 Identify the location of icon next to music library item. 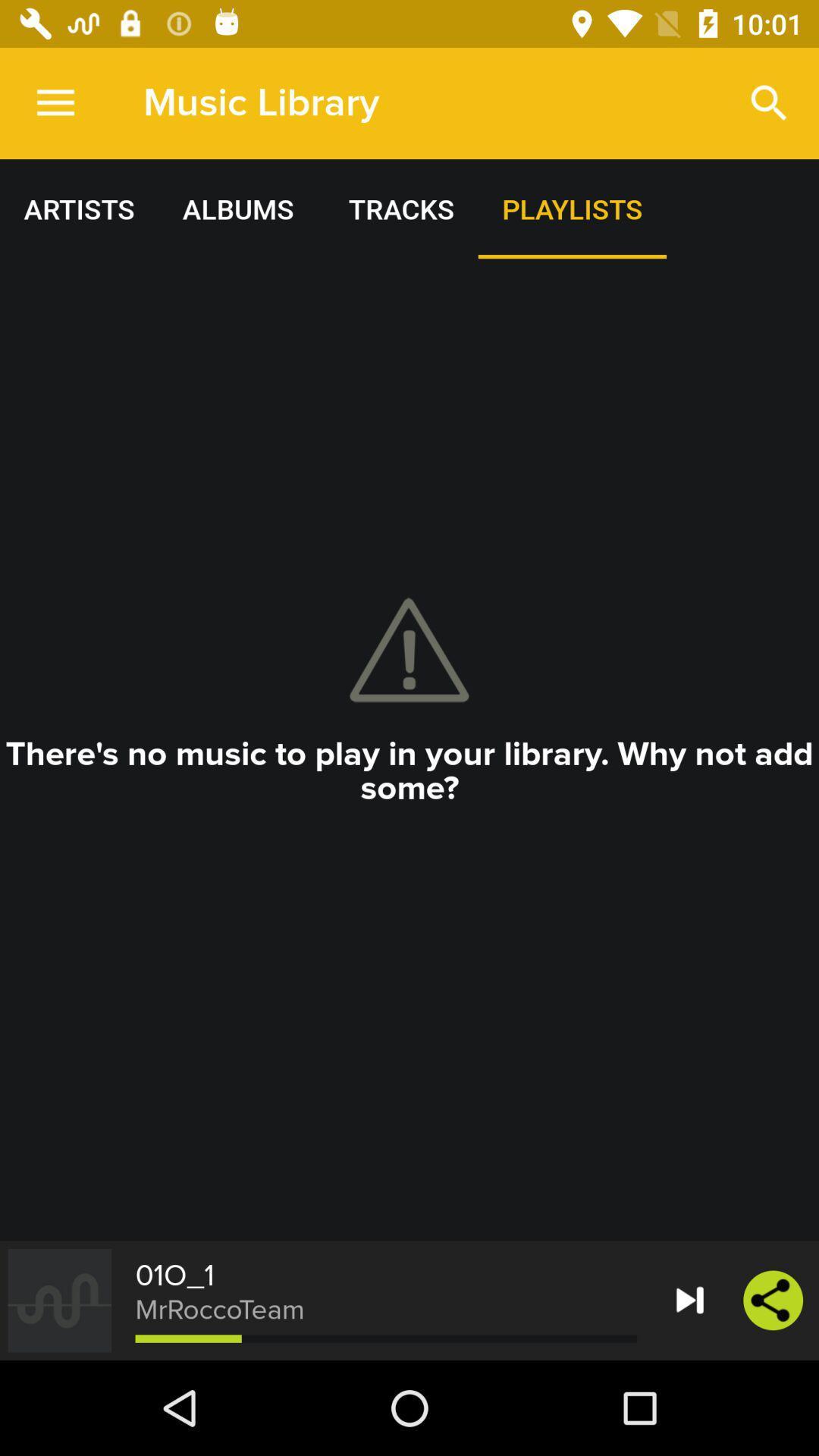
(769, 102).